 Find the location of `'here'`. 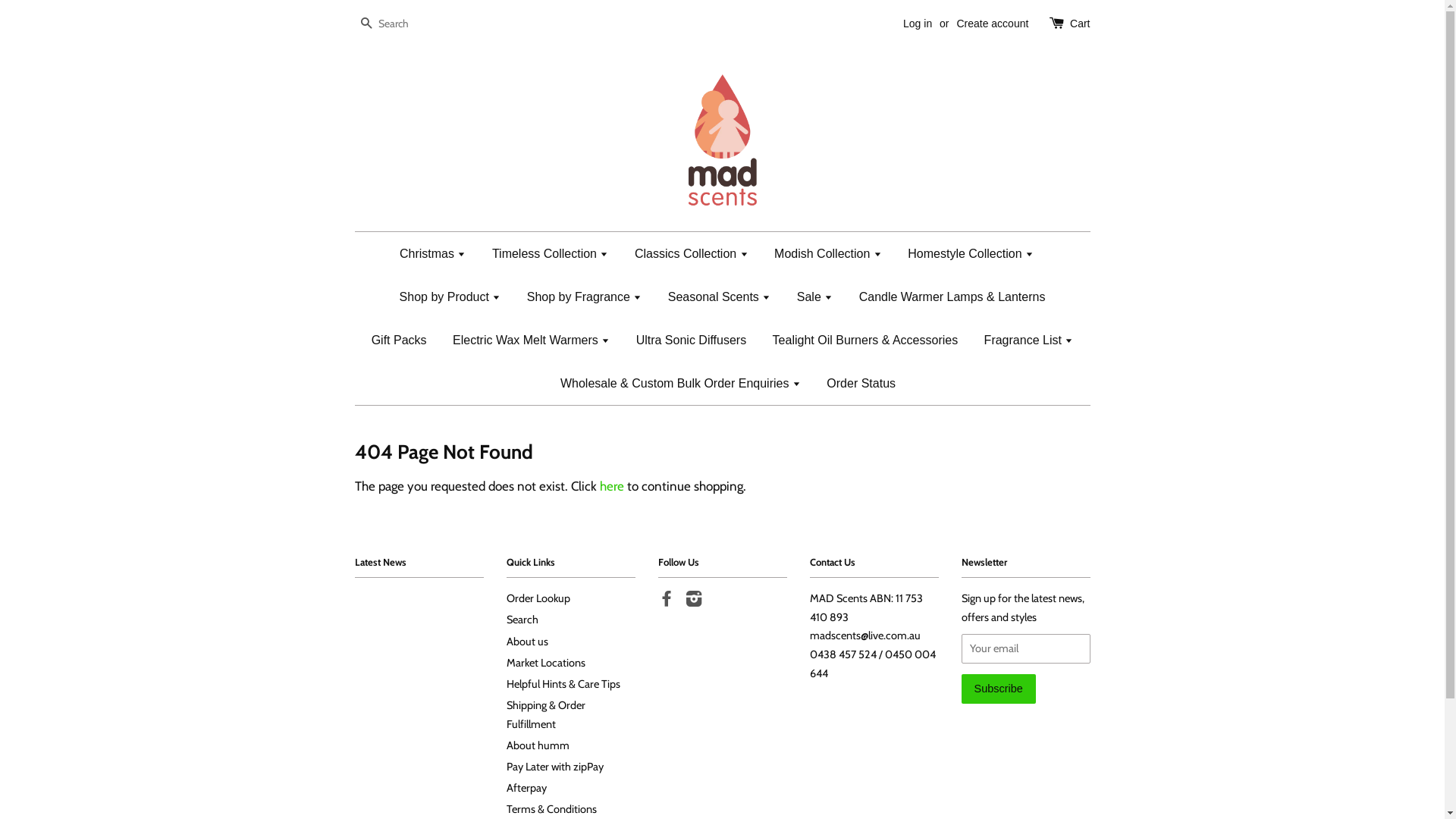

'here' is located at coordinates (611, 485).